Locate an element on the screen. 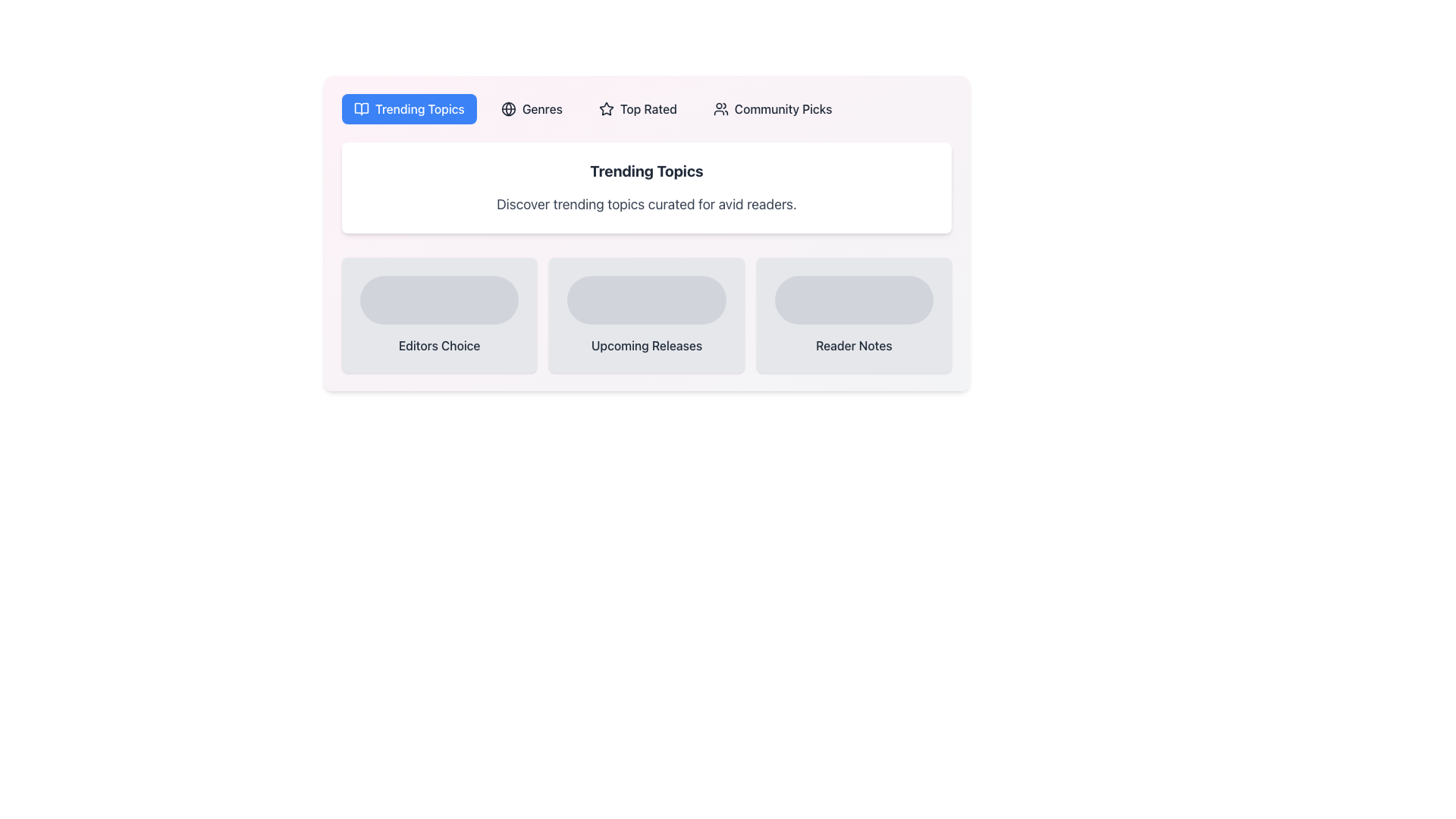  the second button in the navigation options is located at coordinates (531, 108).